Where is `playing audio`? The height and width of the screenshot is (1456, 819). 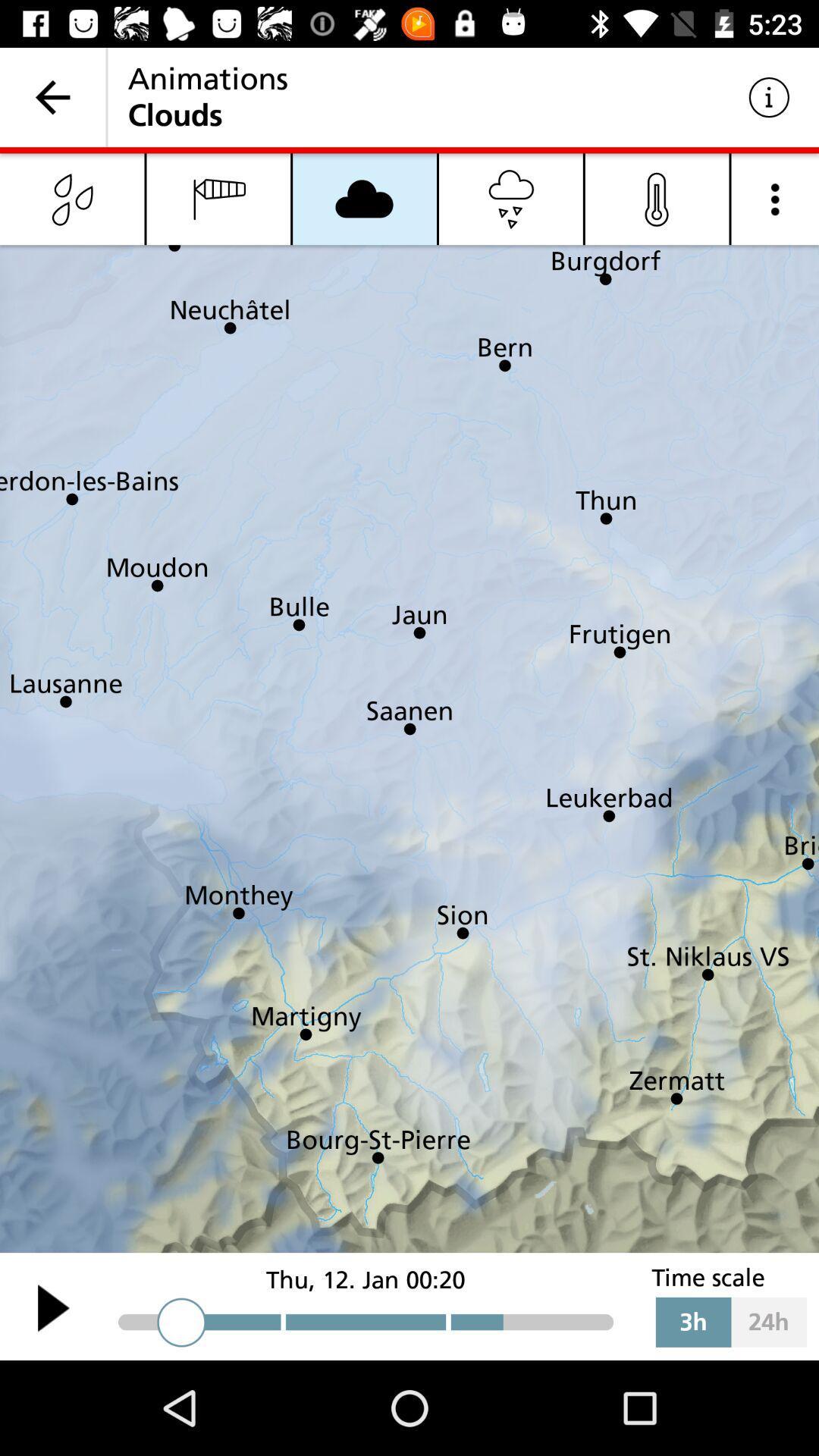 playing audio is located at coordinates (52, 1307).